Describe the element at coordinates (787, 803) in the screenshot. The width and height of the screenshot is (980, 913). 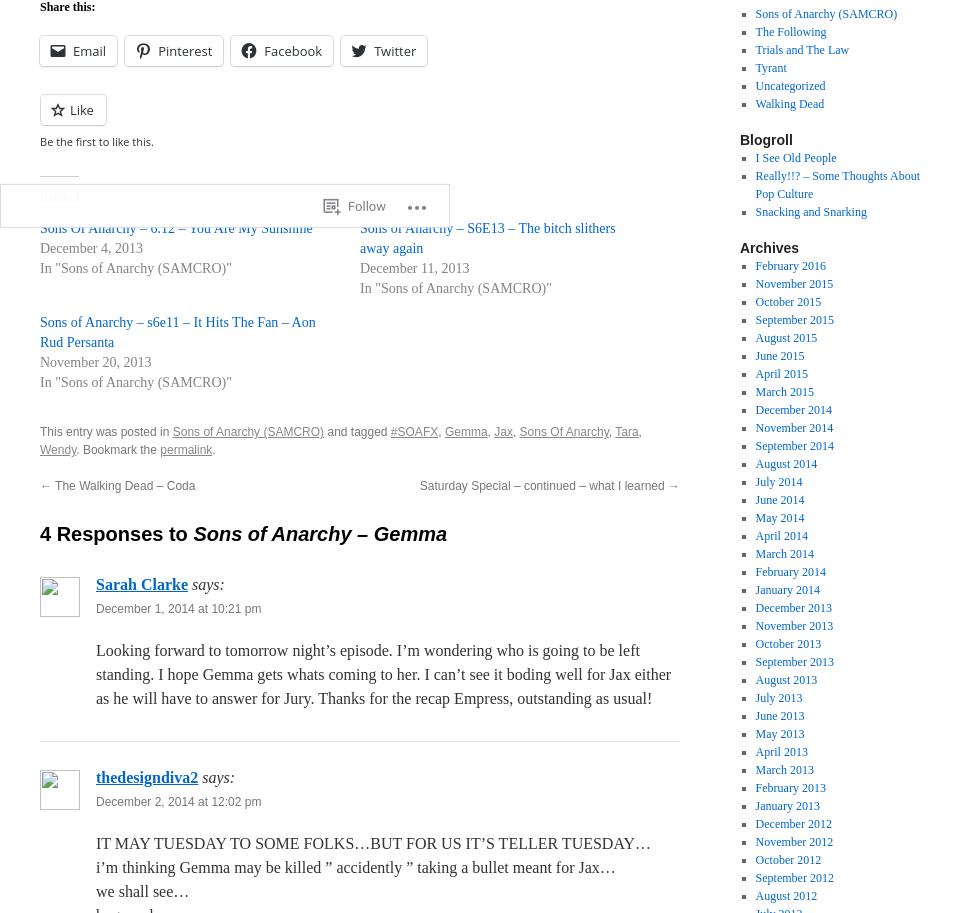
I see `'January 2013'` at that location.